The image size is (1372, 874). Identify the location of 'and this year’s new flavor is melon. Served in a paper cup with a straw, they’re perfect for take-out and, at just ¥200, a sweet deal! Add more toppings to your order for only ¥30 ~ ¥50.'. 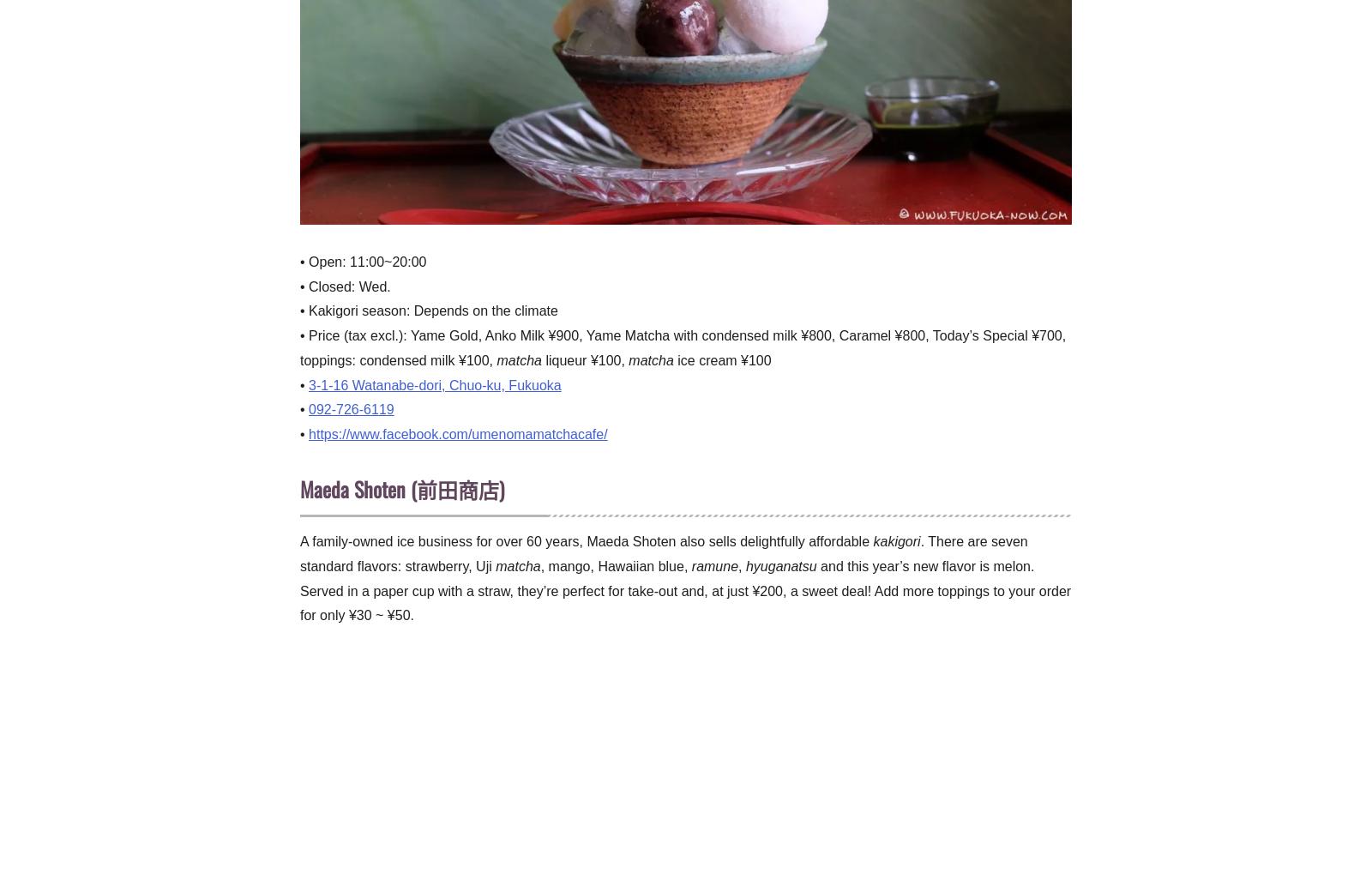
(685, 589).